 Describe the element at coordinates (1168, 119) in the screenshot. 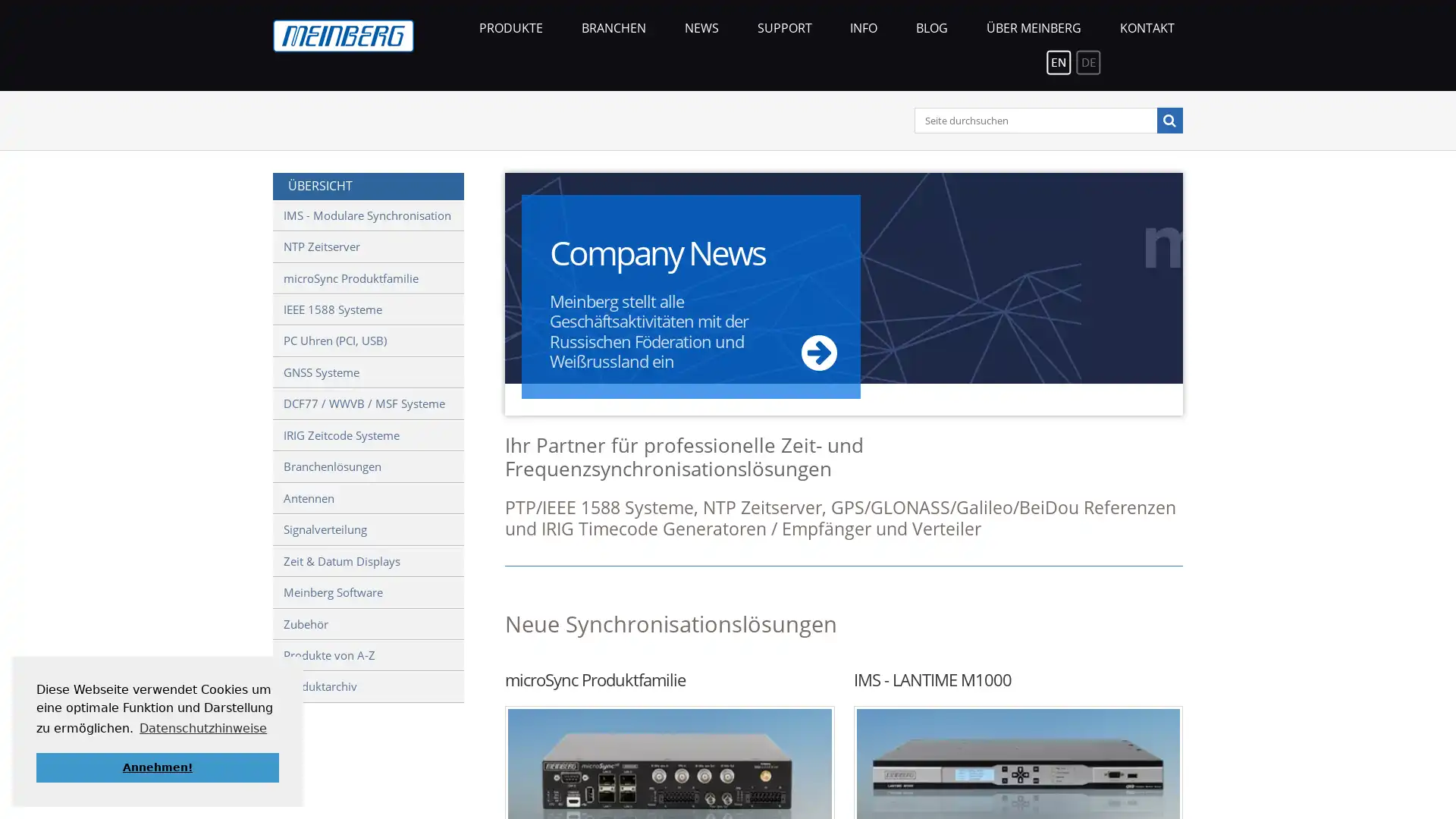

I see `Search` at that location.